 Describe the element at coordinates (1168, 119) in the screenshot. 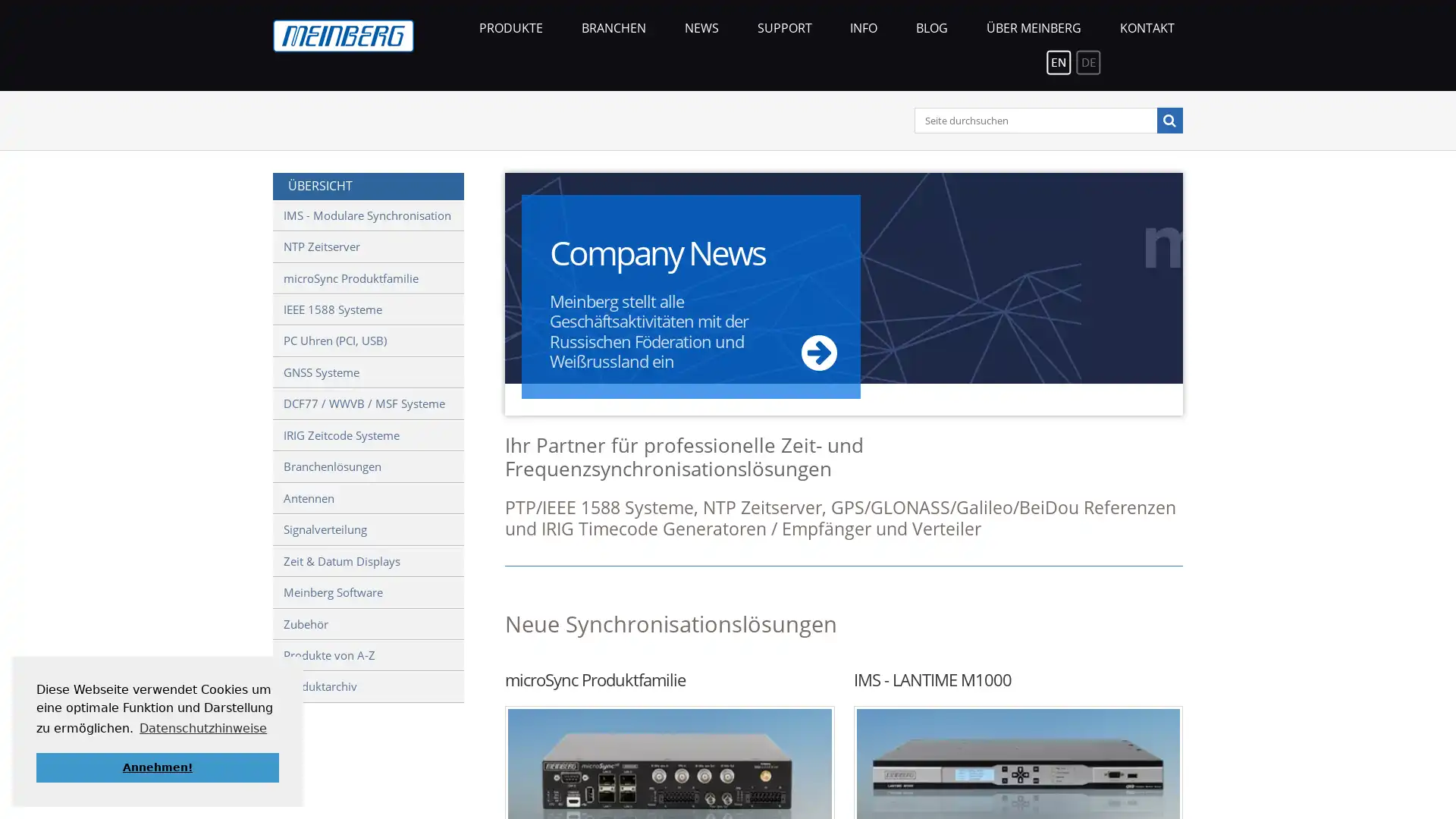

I see `Search` at that location.